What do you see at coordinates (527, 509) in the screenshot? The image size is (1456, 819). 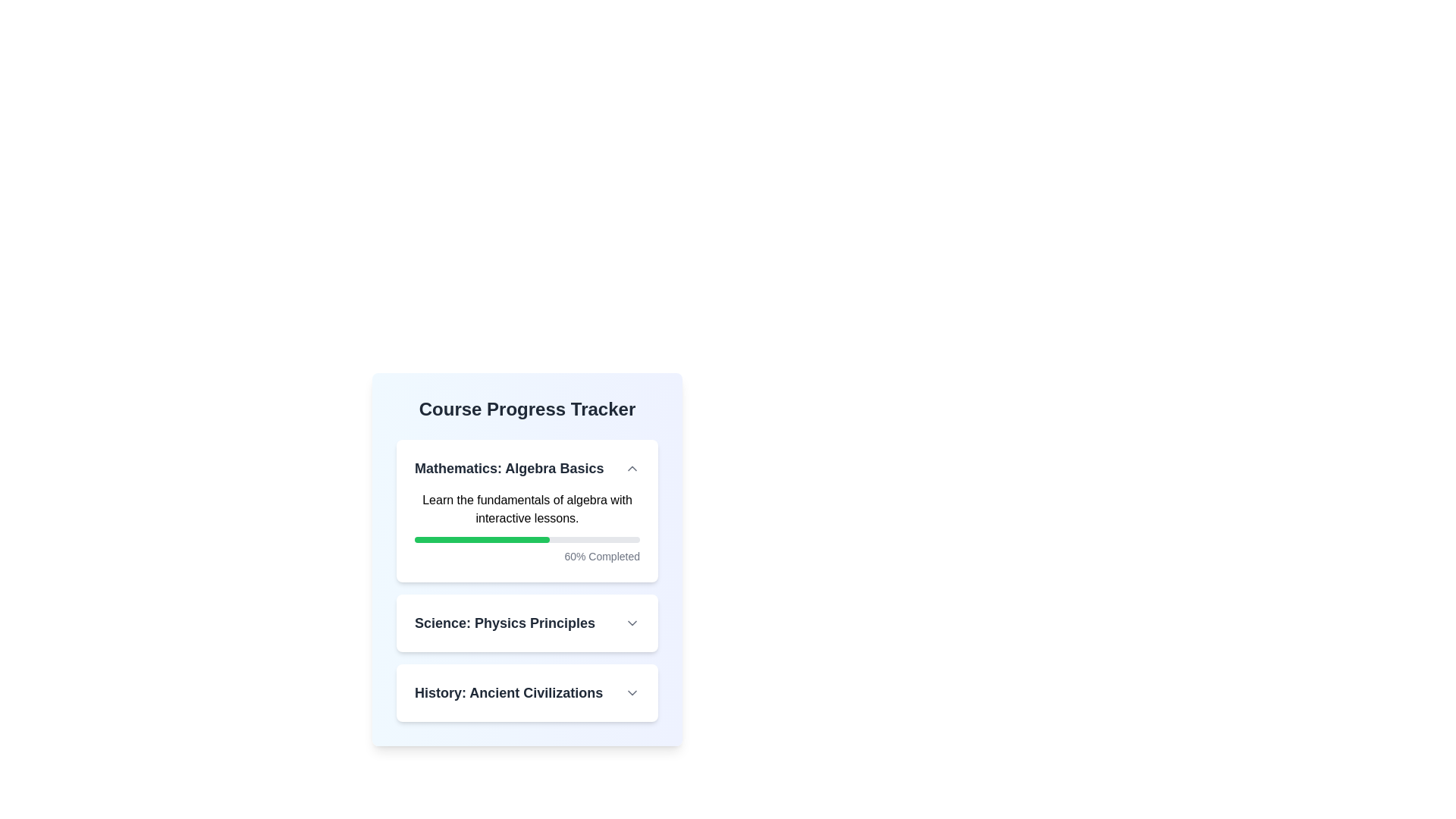 I see `the descriptive text block for the 'Mathematics: Algebra Basics' section, located above the progress bar and '60% Completed' label` at bounding box center [527, 509].